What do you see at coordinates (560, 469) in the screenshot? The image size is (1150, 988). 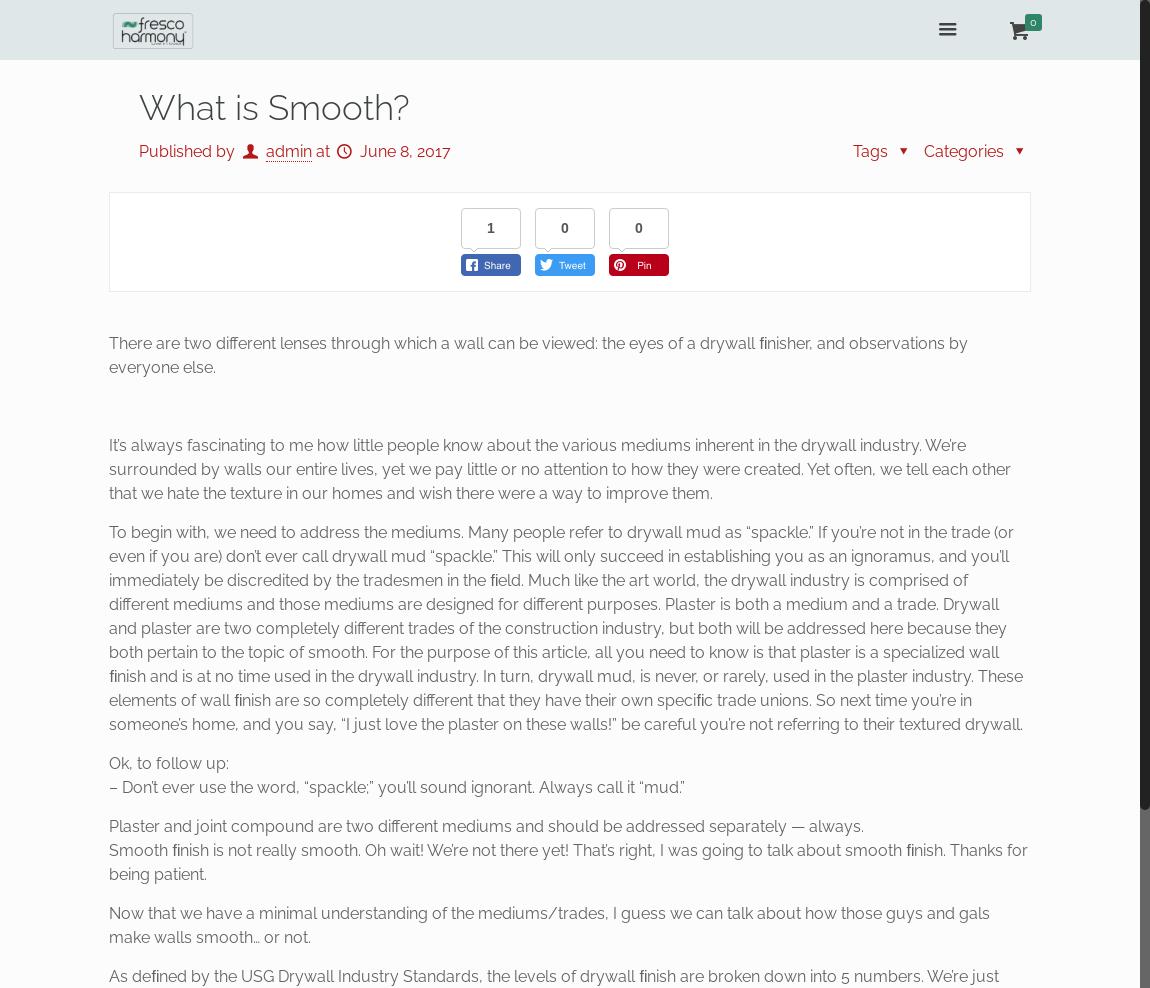 I see `'It’s always fascinating to me how little people know about the various mediums inherent in the drywall industry. We’re surrounded by walls our entire lives, yet we pay little or no attention to how they were created. Yet often, we tell each other that we hate the texture in our homes and wish there were a way to improve them.'` at bounding box center [560, 469].